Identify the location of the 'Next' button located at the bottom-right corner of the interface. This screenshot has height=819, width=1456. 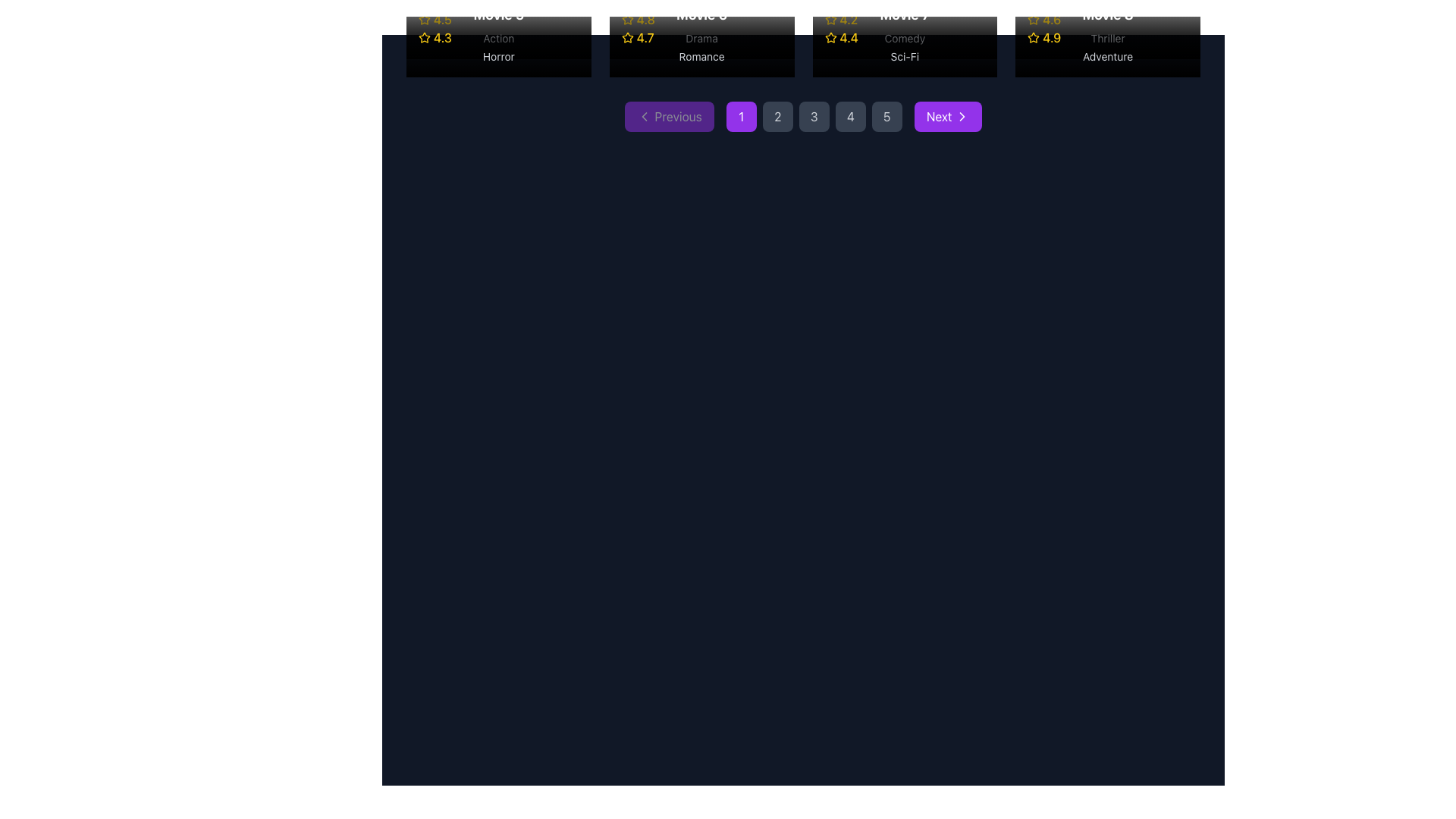
(962, 116).